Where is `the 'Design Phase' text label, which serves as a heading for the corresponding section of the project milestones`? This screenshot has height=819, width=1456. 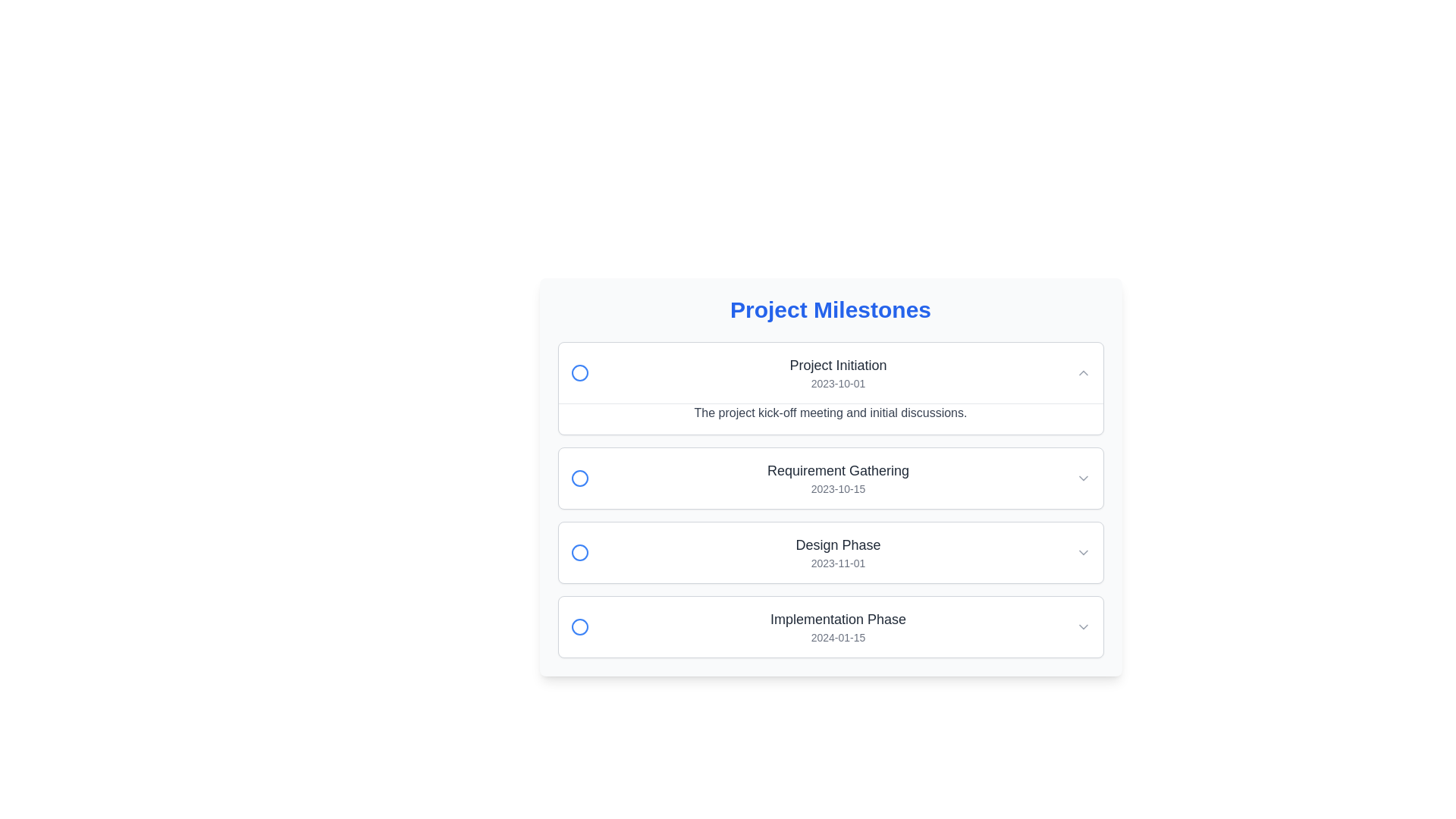
the 'Design Phase' text label, which serves as a heading for the corresponding section of the project milestones is located at coordinates (837, 544).